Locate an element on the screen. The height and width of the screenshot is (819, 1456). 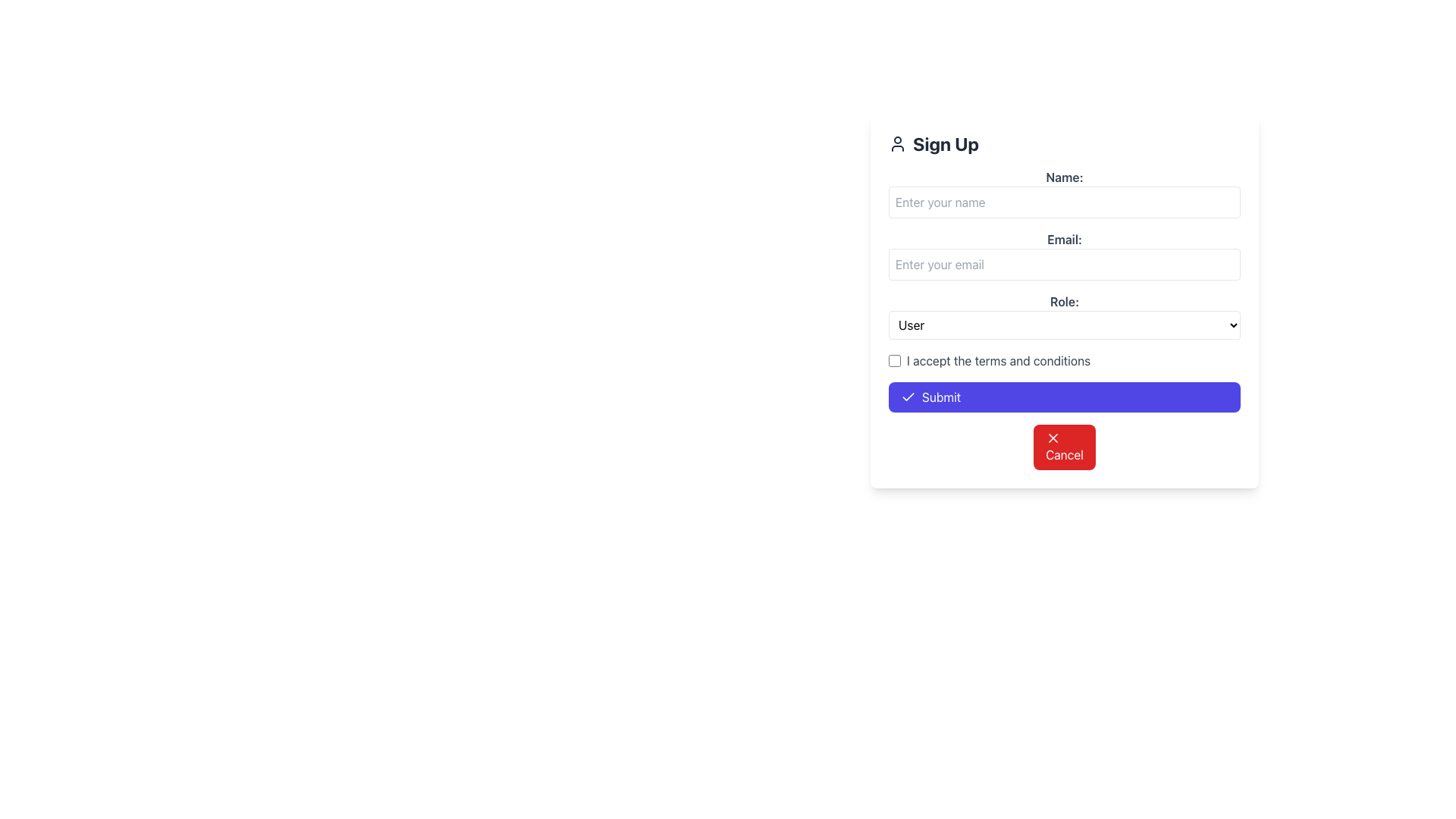
the dropdown menu labeled 'Role:' and select an option using the keyboard is located at coordinates (1063, 324).